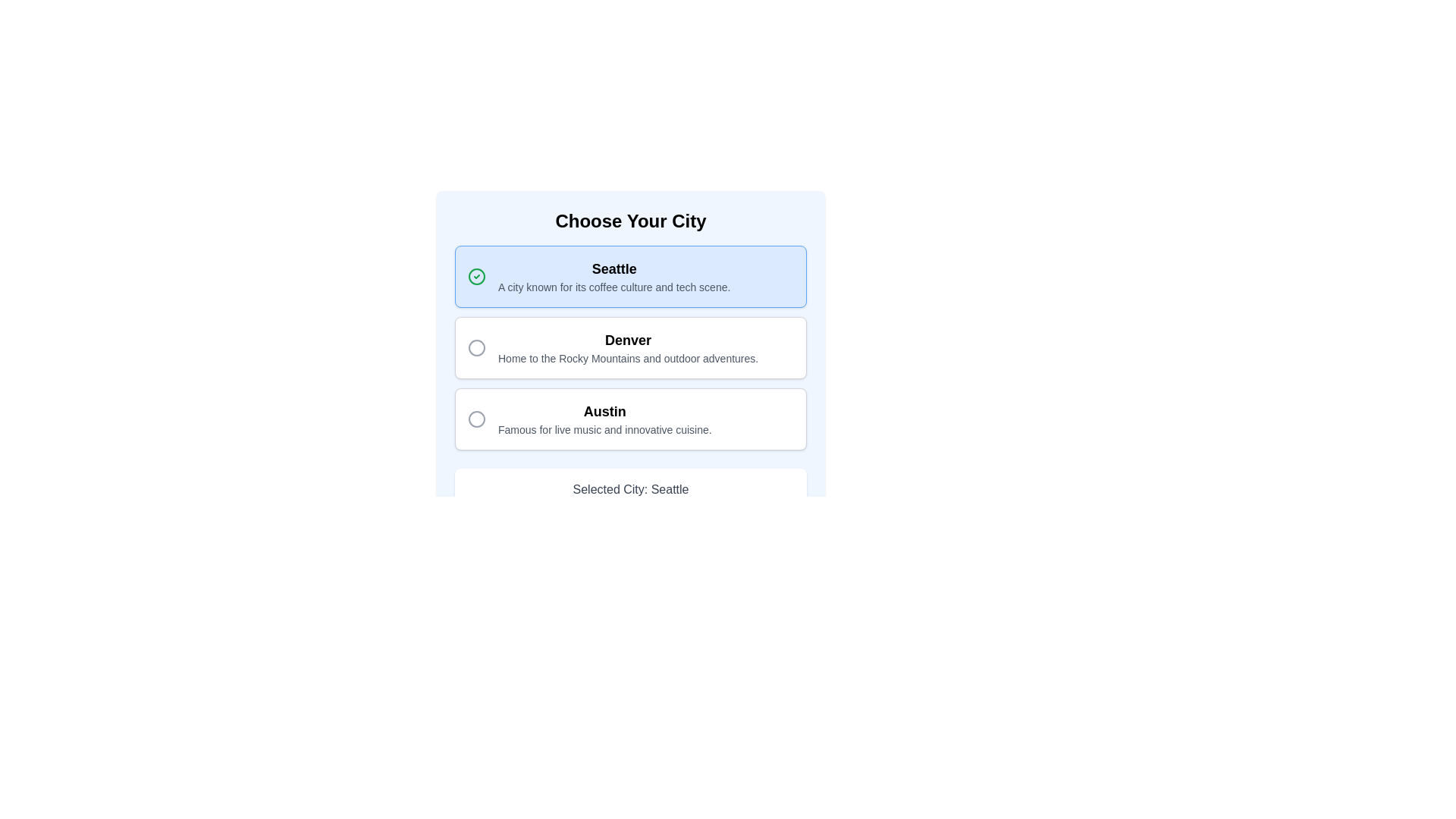 The height and width of the screenshot is (819, 1456). I want to click on the circular icon with a thin gray outline located to the left of the text 'Austin Famous for live music and innovative cuisine' within the third selectable card, so click(475, 419).